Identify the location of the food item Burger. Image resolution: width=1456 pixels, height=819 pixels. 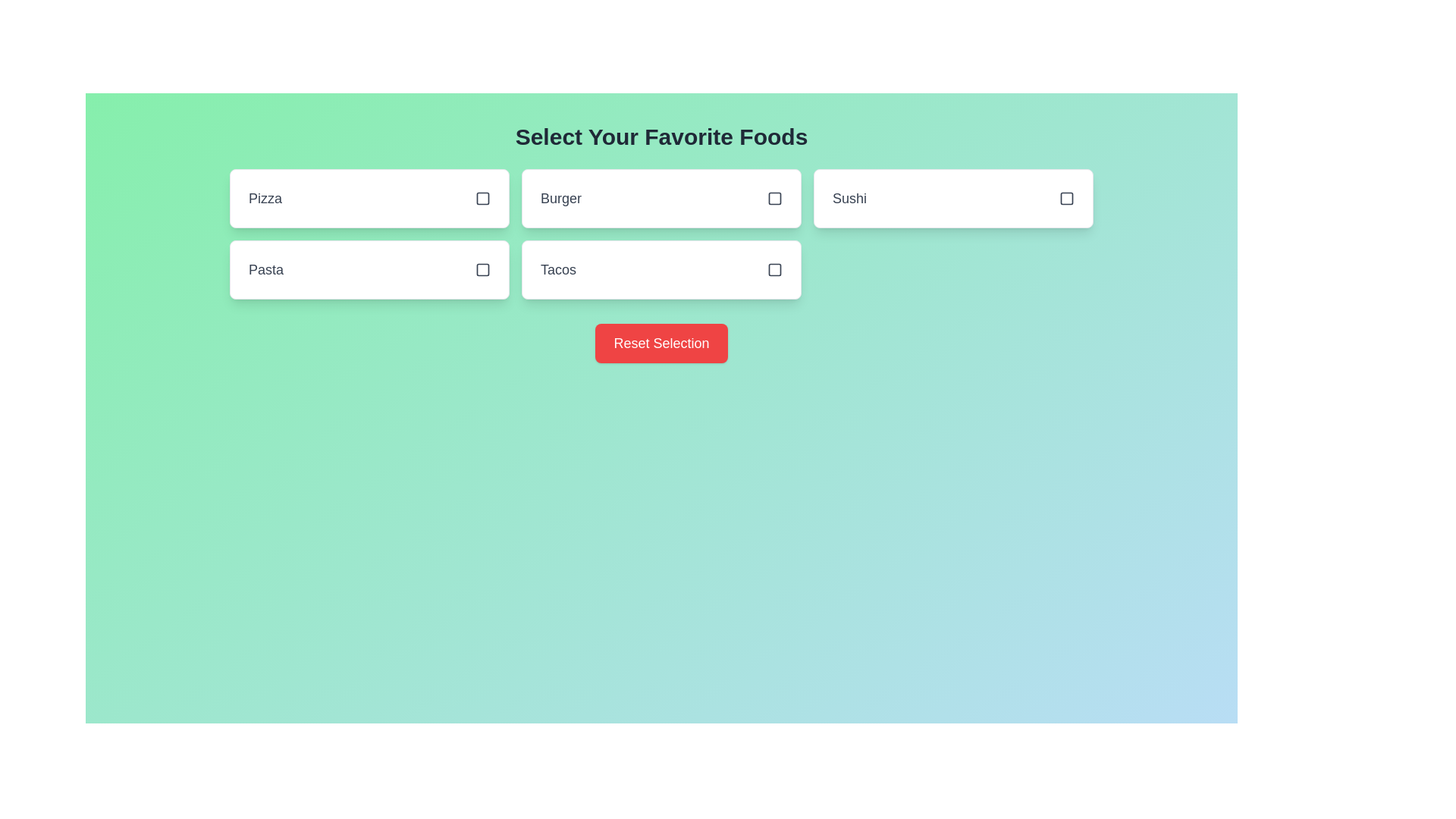
(661, 198).